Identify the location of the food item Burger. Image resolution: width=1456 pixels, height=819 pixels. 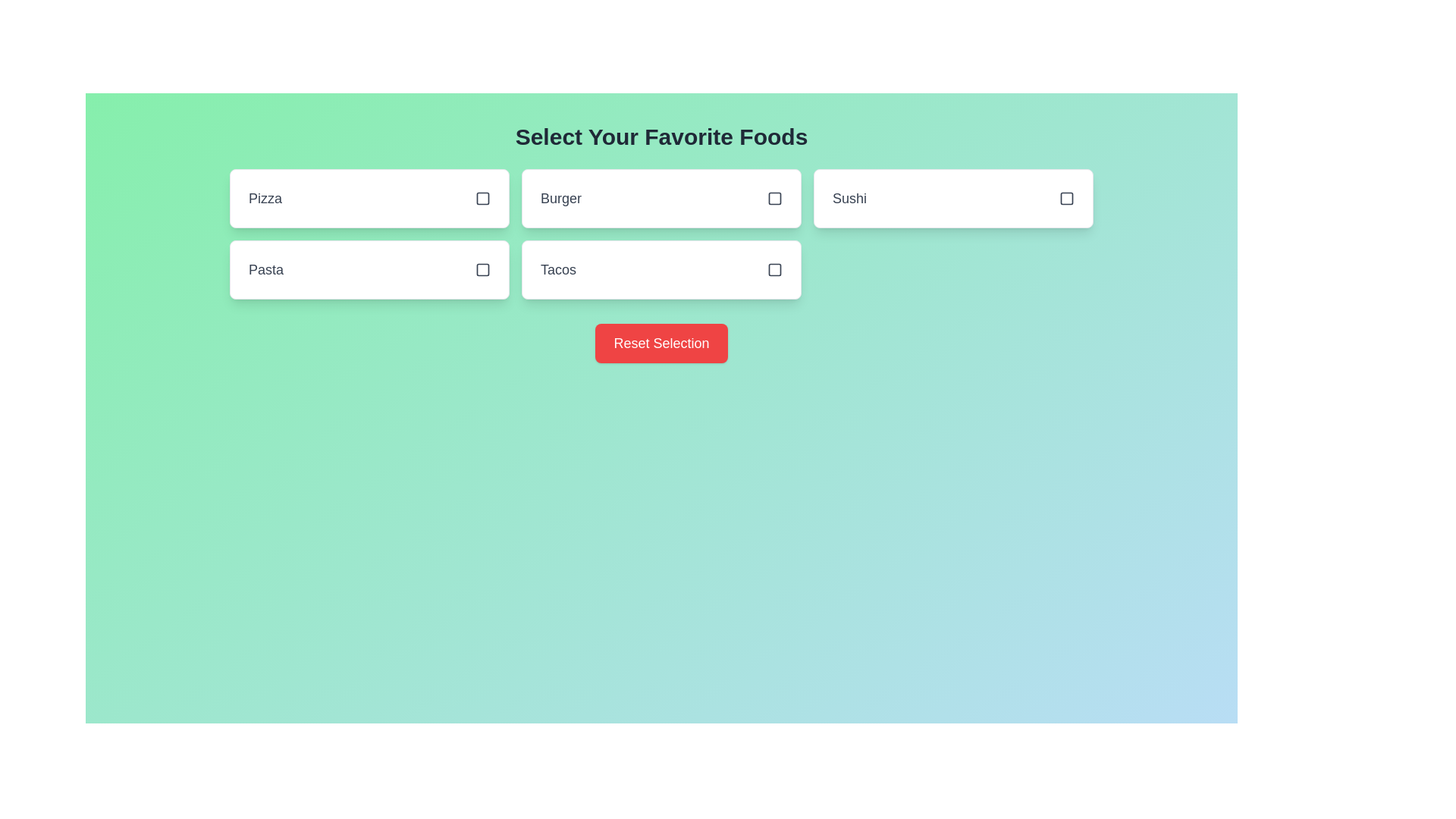
(661, 198).